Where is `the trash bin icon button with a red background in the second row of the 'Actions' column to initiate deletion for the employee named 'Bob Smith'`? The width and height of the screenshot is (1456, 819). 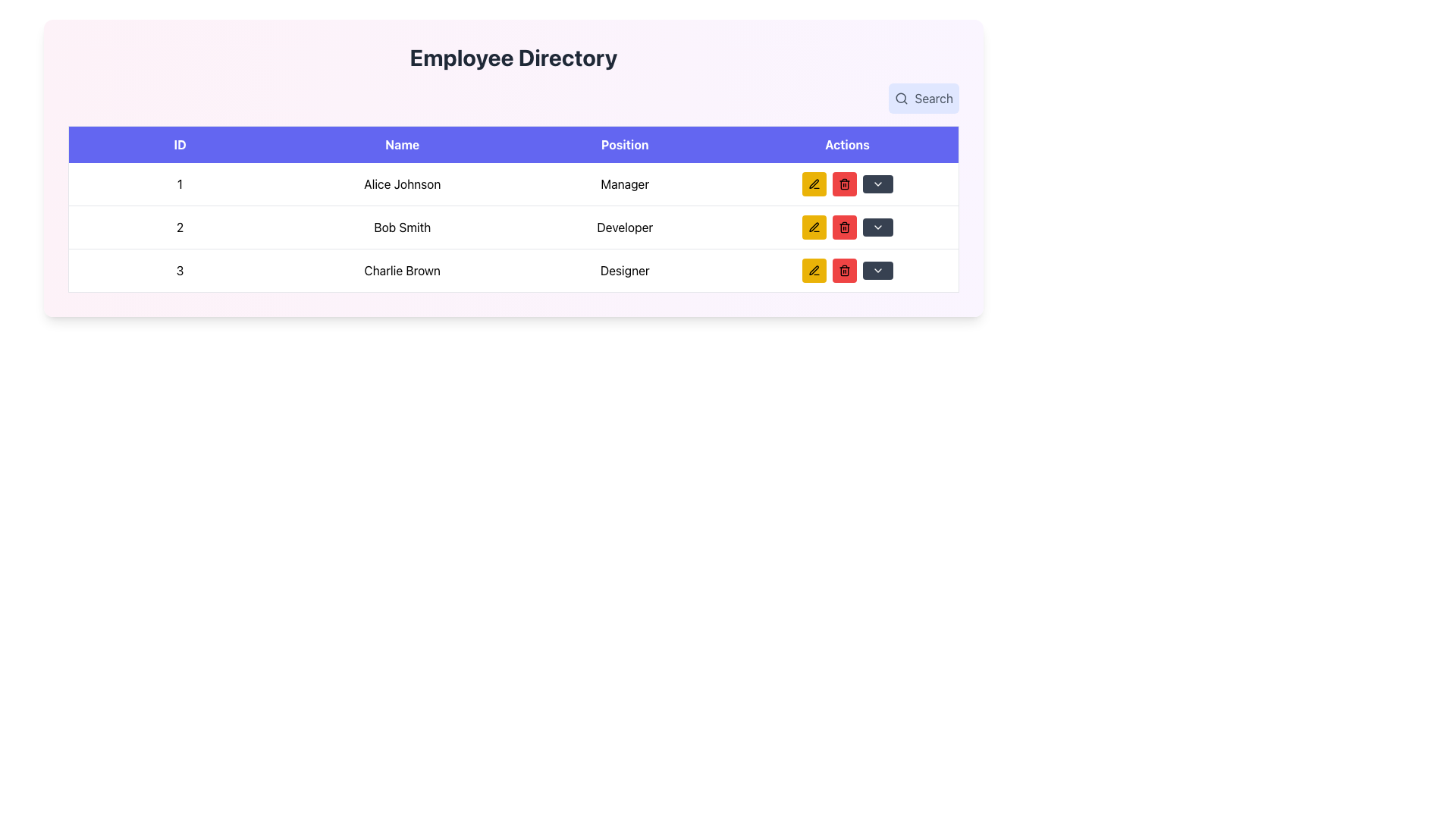 the trash bin icon button with a red background in the second row of the 'Actions' column to initiate deletion for the employee named 'Bob Smith' is located at coordinates (843, 184).